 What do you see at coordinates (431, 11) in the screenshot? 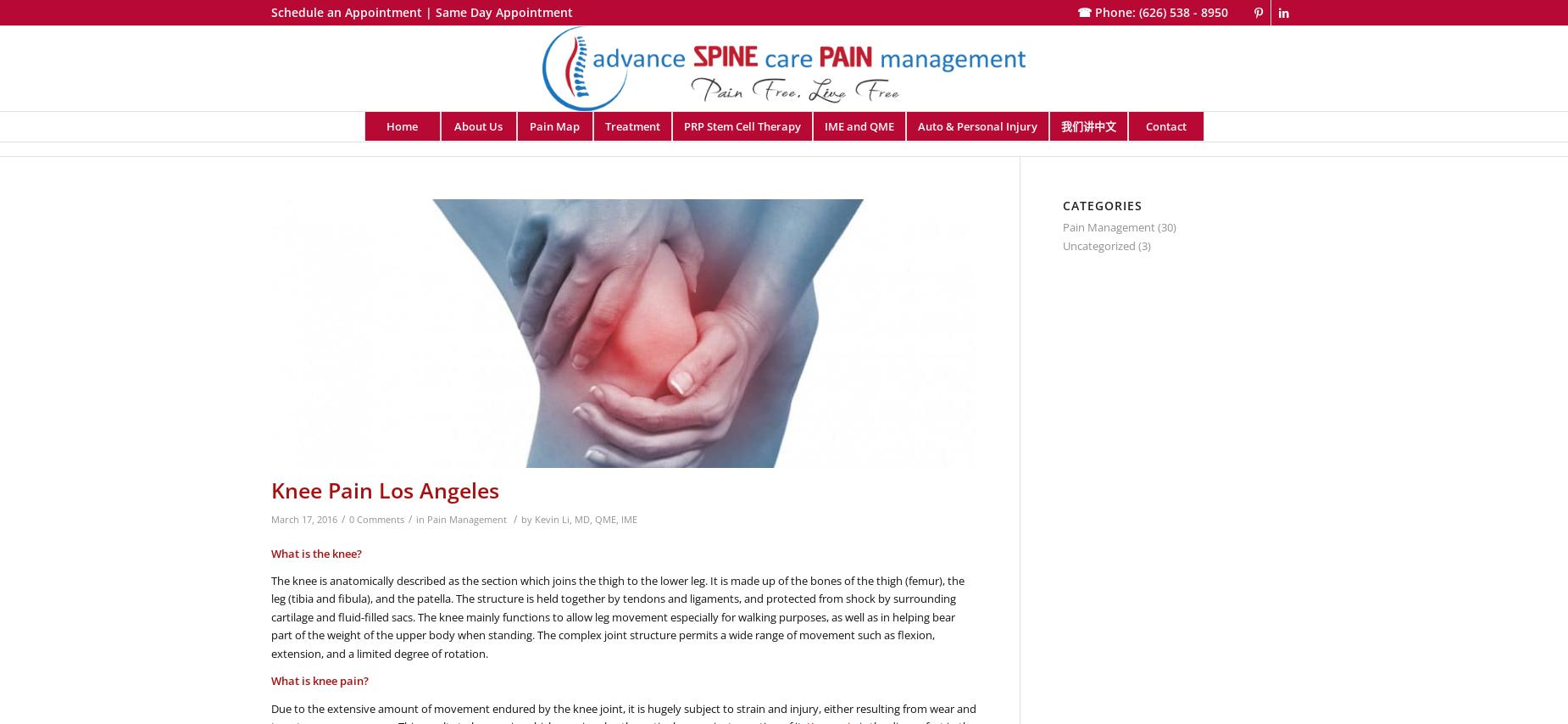
I see `'|'` at bounding box center [431, 11].